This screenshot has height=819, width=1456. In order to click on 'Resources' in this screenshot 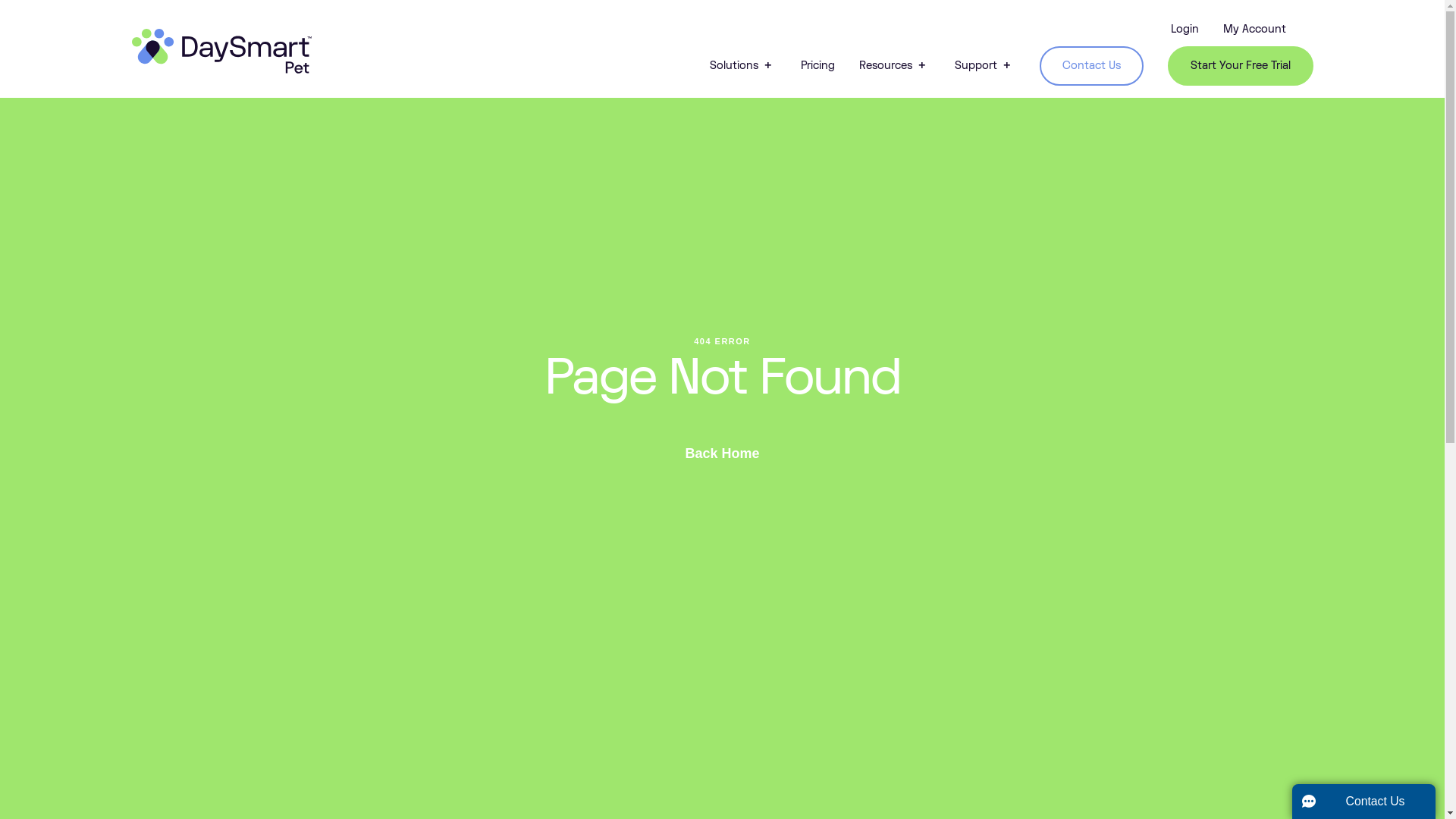, I will do `click(858, 64)`.